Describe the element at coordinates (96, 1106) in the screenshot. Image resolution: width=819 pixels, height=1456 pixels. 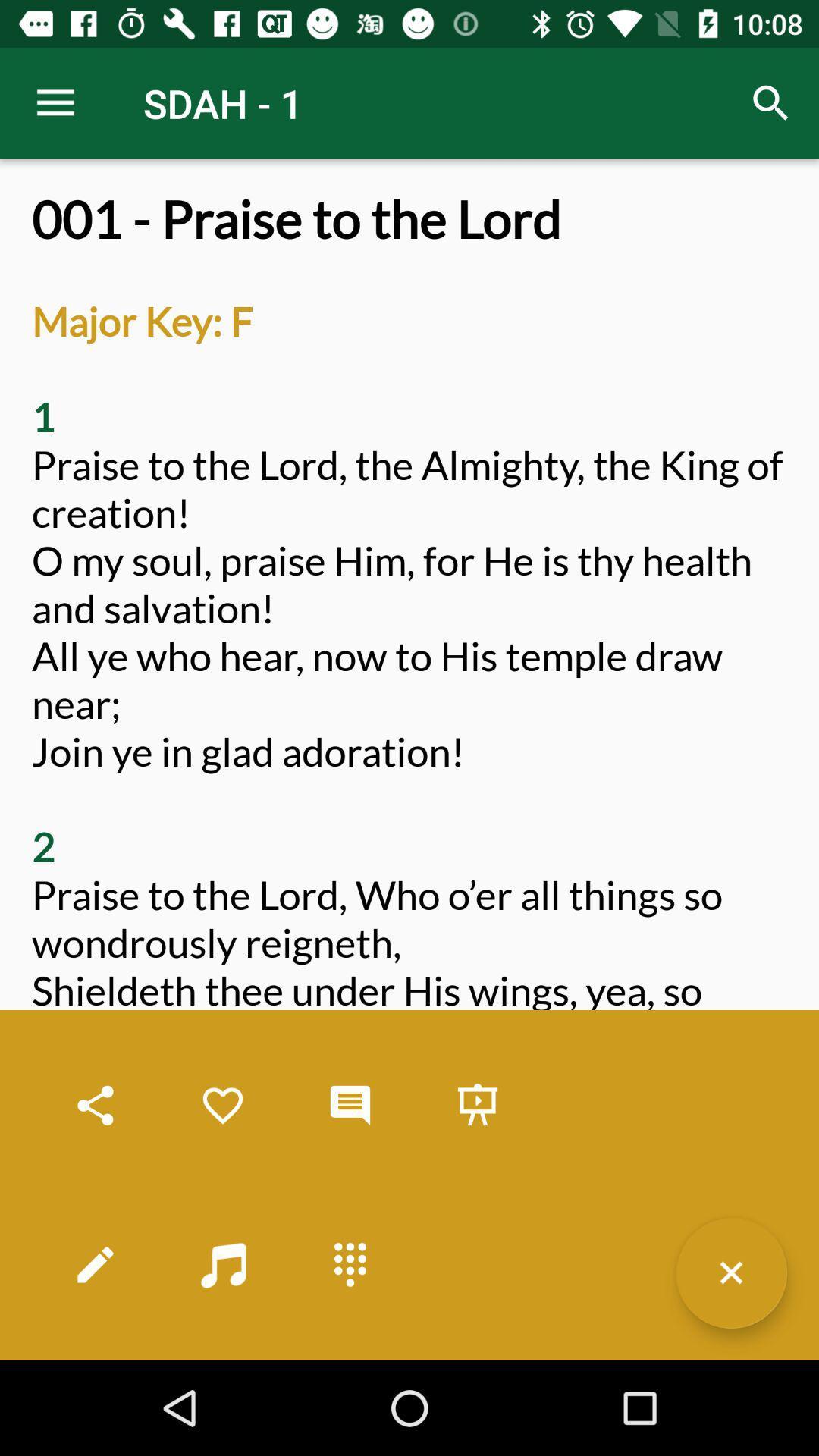
I see `the share icon` at that location.